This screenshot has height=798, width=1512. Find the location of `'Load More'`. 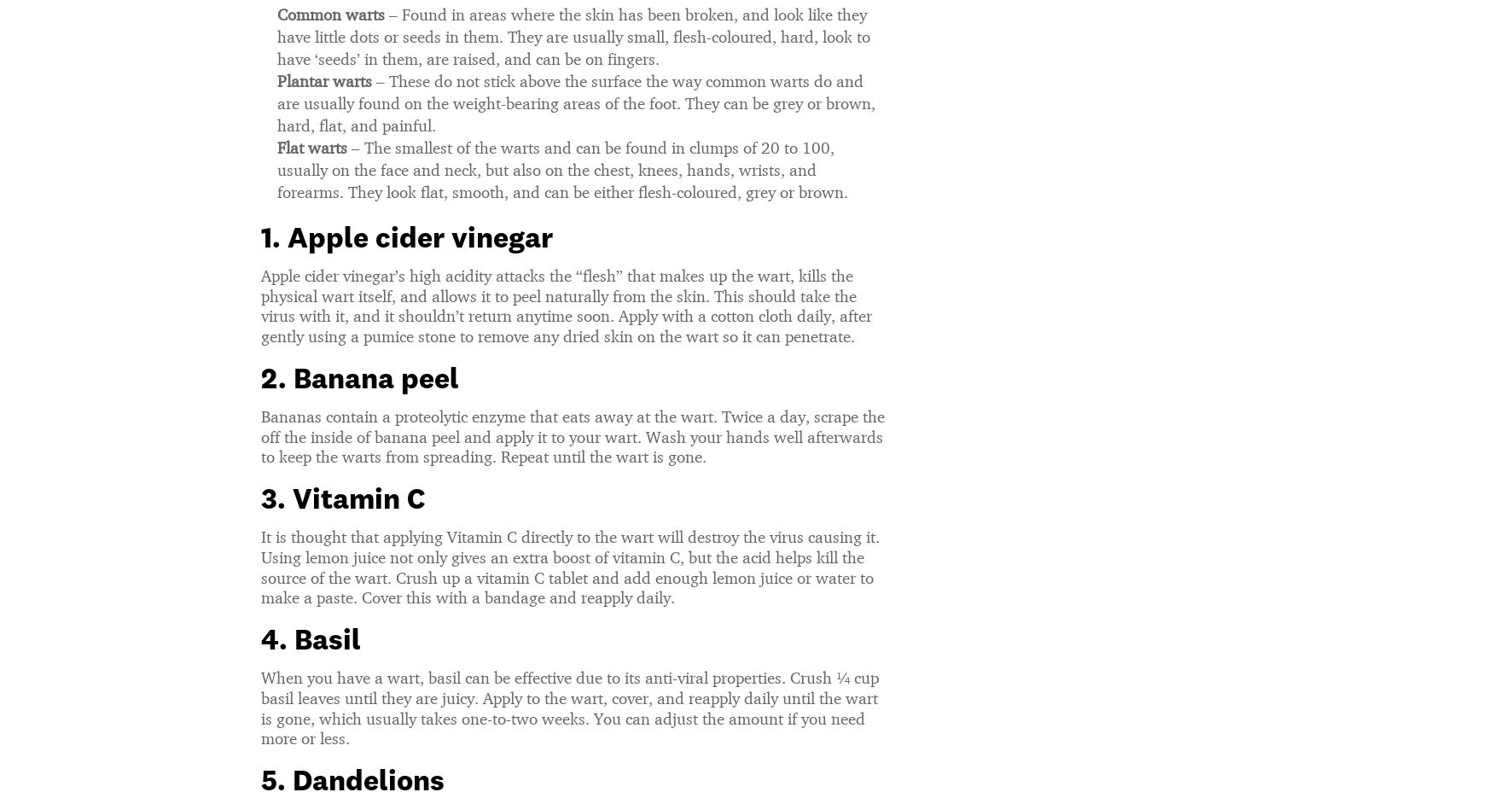

'Load More' is located at coordinates (755, 556).